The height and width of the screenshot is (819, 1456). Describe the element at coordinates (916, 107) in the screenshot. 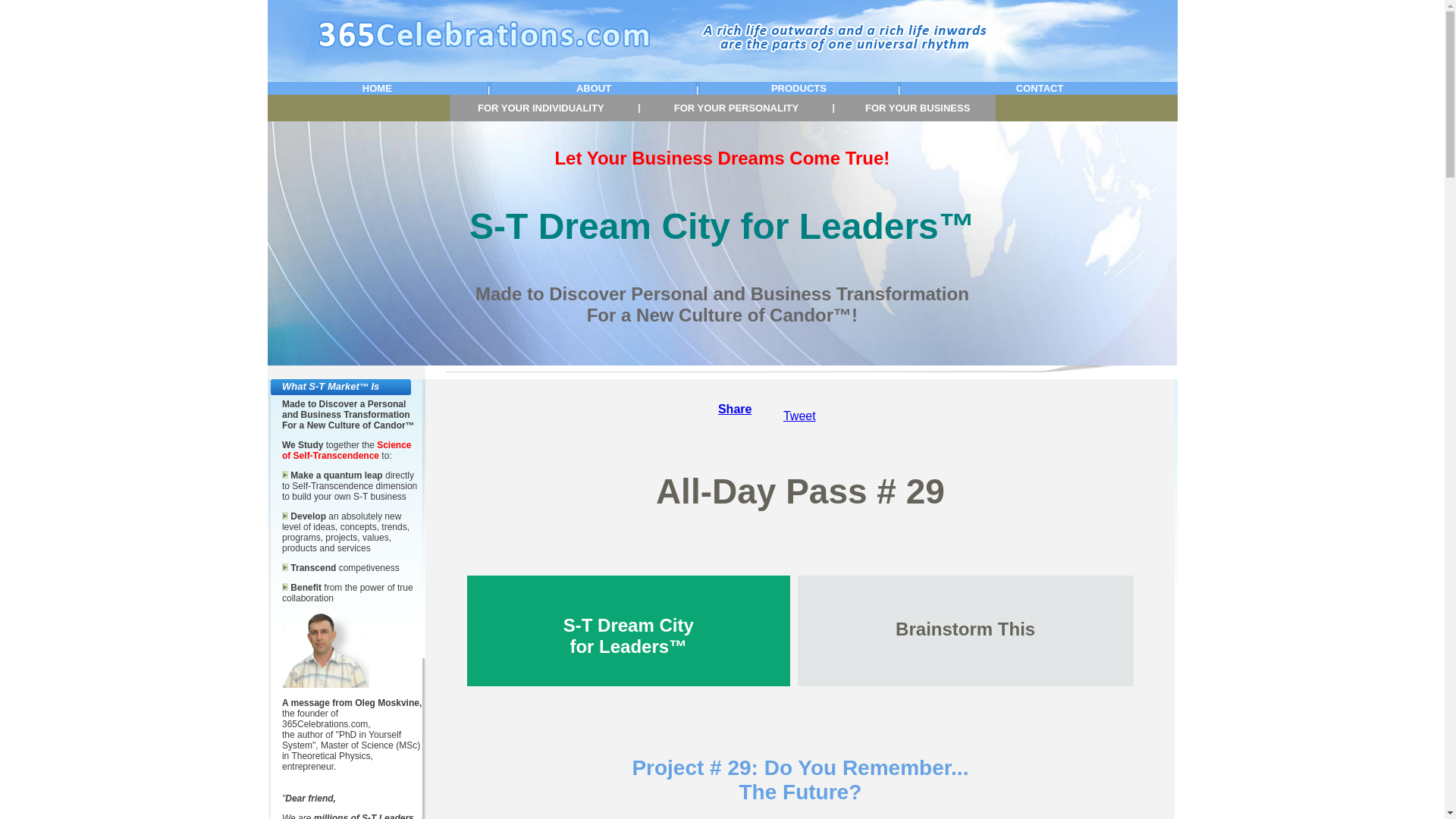

I see `'FOR YOUR BUSINESS'` at that location.